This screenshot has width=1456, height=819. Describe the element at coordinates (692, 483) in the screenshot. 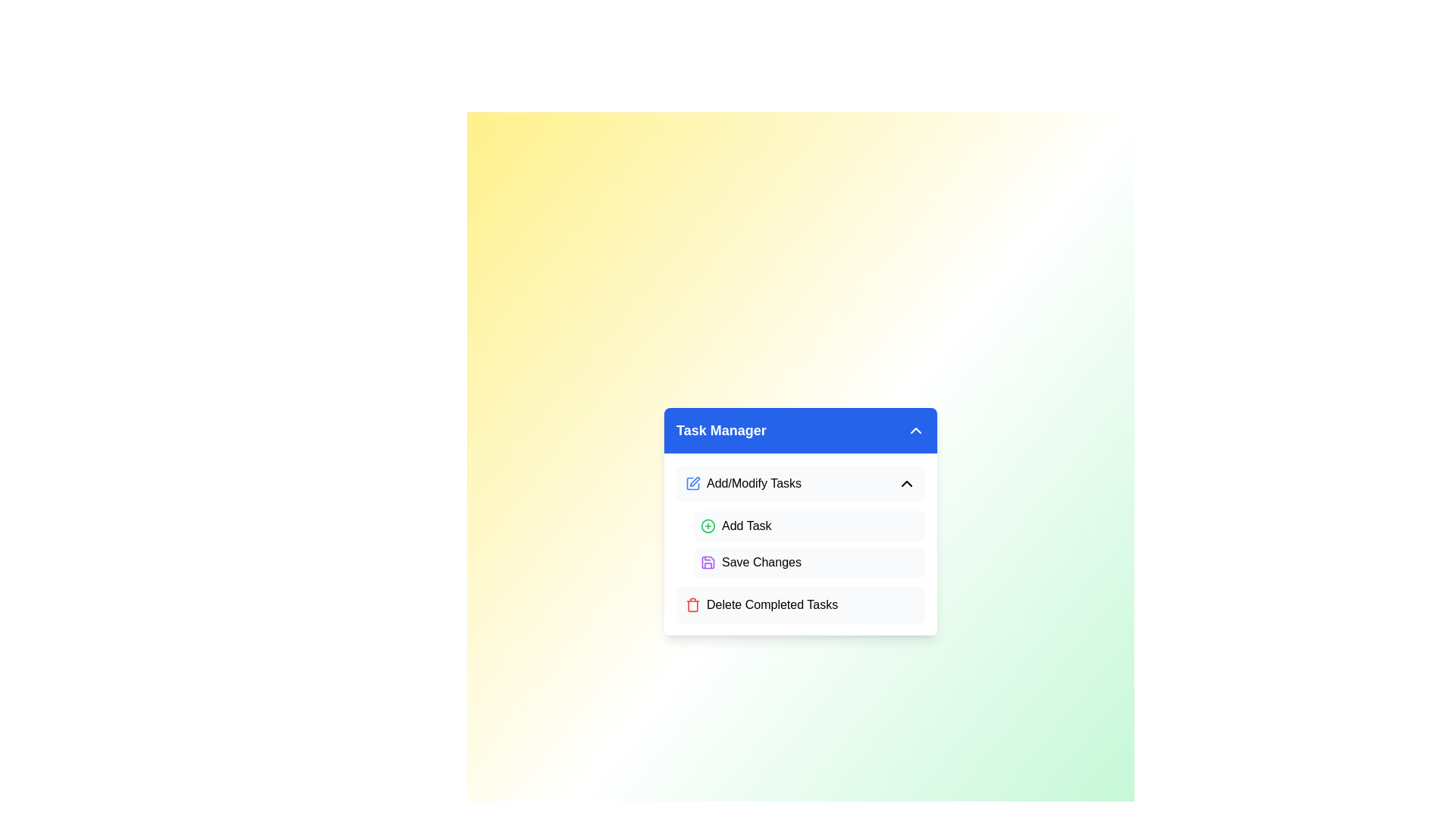

I see `the decorative icon that serves as a visual identifier for the 'Add/Modify Tasks' option in the Task Manager interface` at that location.